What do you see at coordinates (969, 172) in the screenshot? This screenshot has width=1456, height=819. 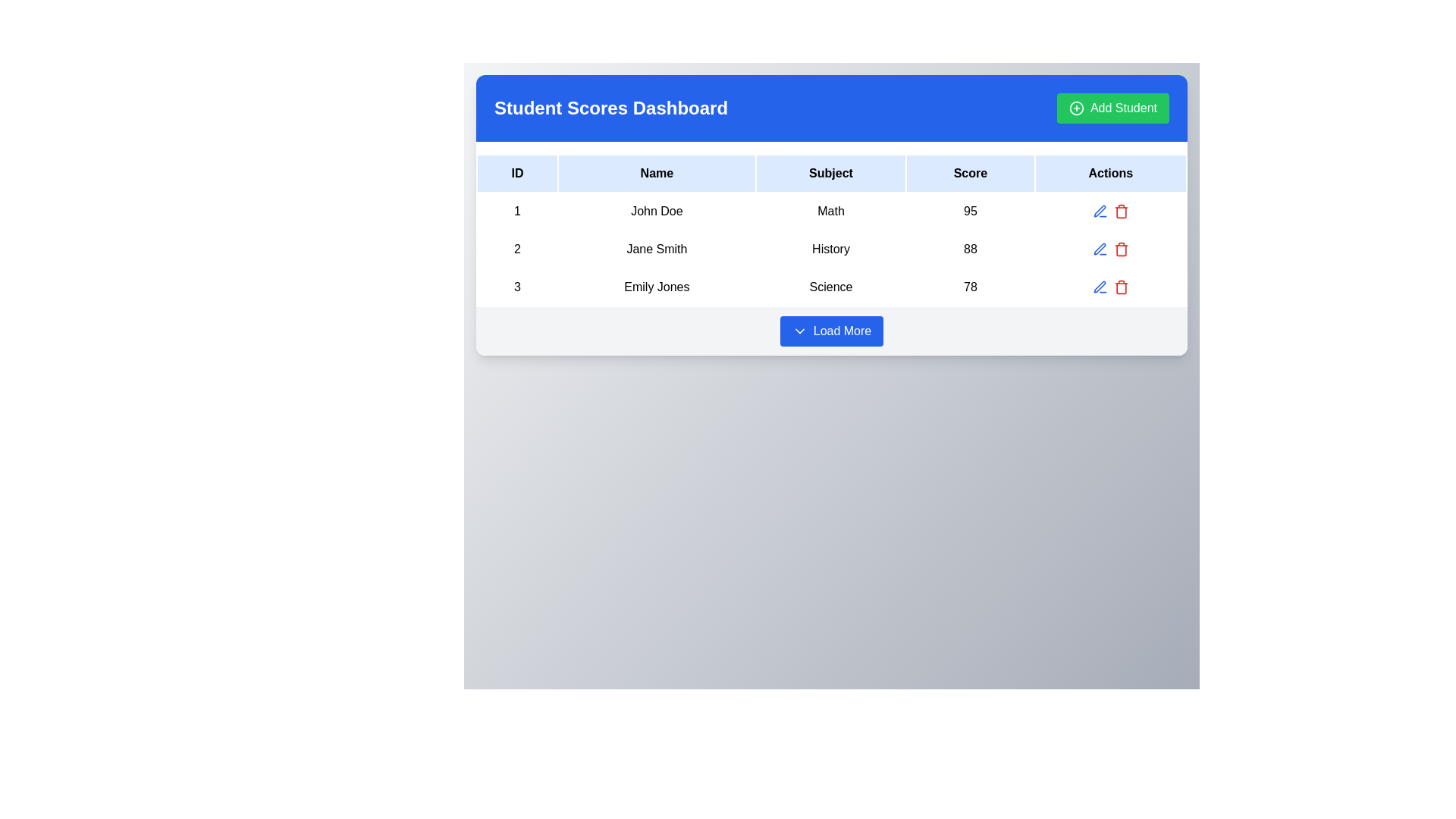 I see `the text label in the fourth column header of the table that indicates the scores for respective entries` at bounding box center [969, 172].